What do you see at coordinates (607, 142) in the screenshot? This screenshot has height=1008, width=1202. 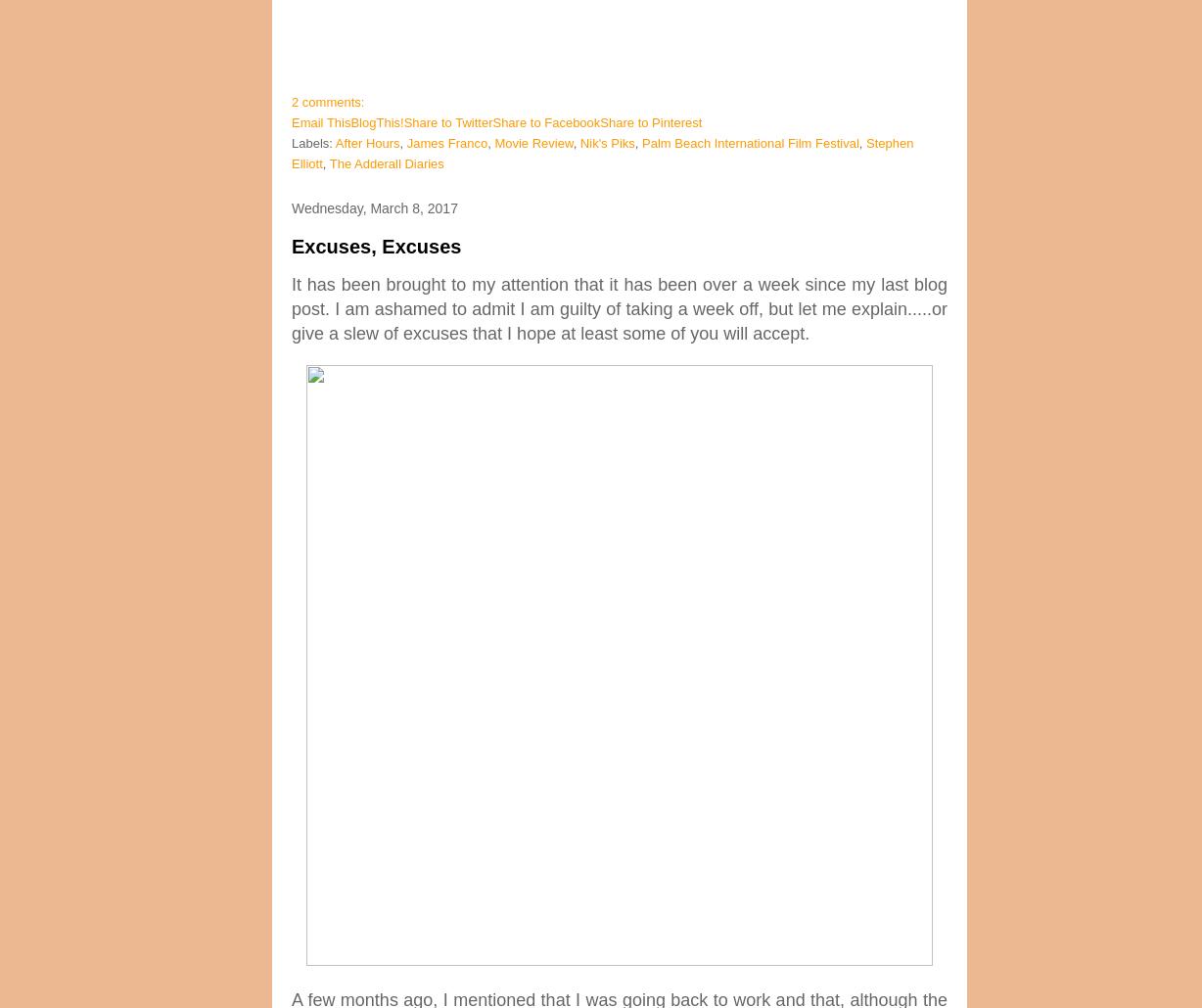 I see `'Nik's Piks'` at bounding box center [607, 142].